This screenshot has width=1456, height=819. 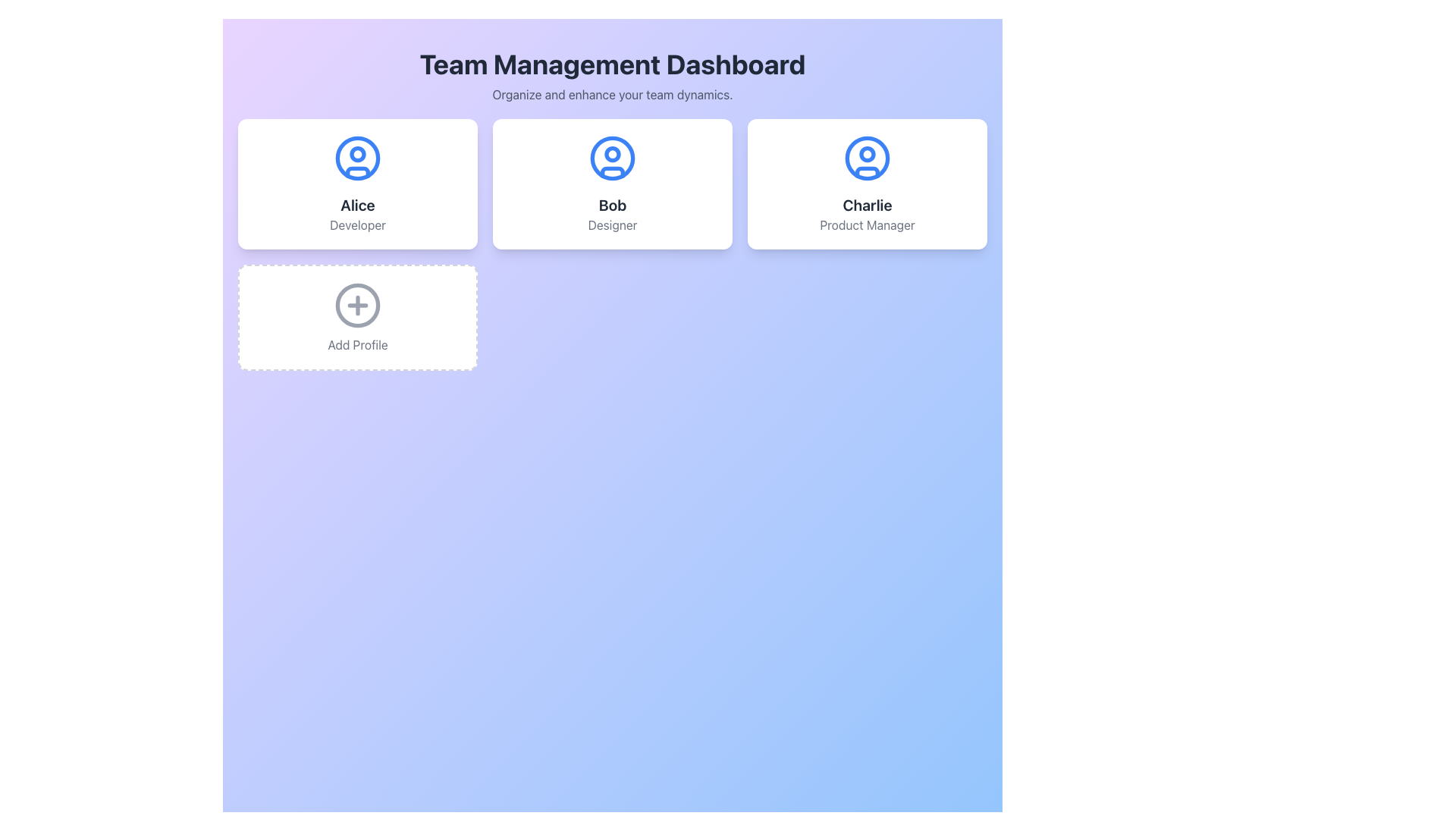 I want to click on the heading text element located at the top center of the page, which indicates the title of the section, so click(x=612, y=63).